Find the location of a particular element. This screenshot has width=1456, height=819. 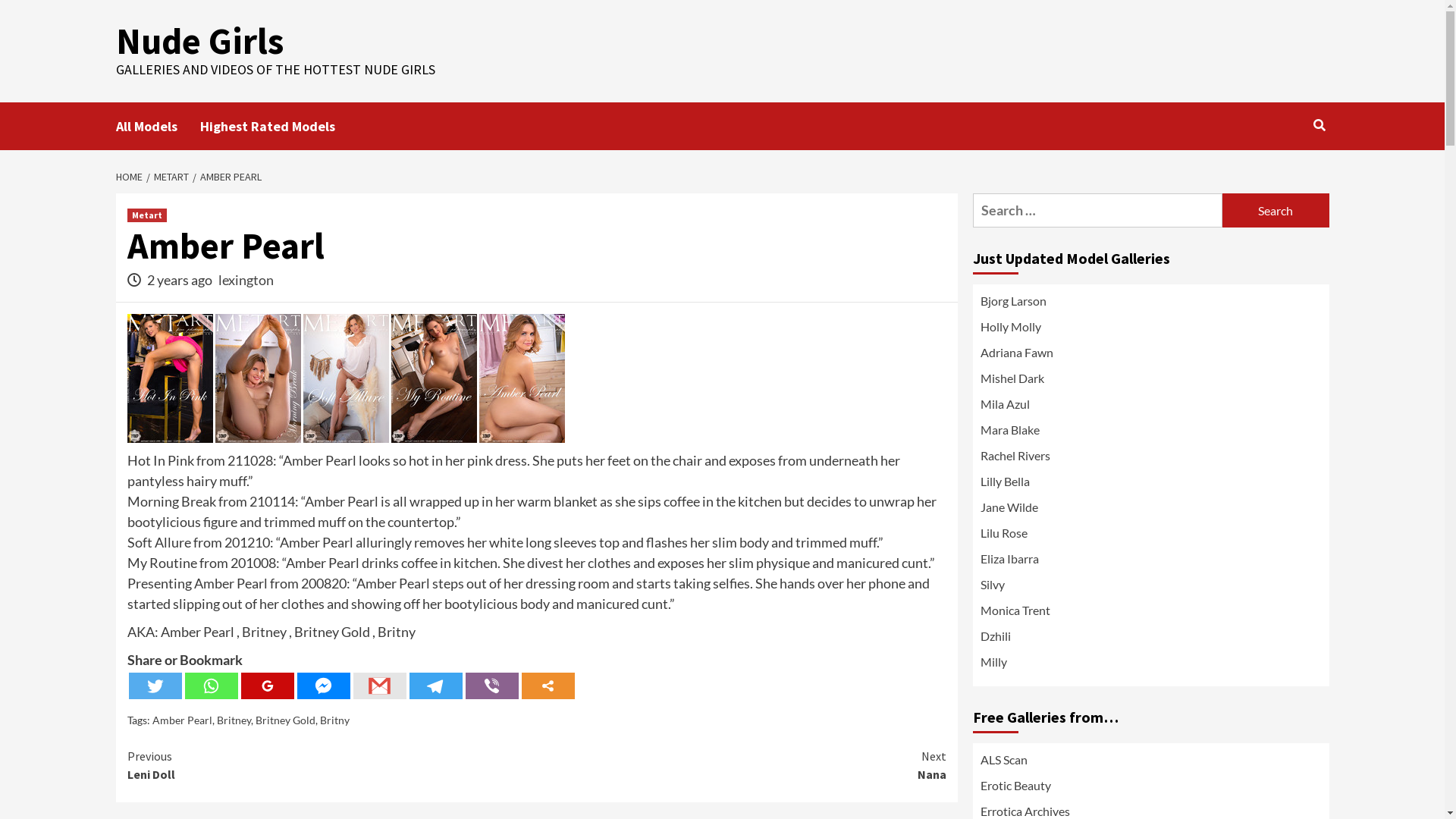

'Search' is located at coordinates (1319, 124).